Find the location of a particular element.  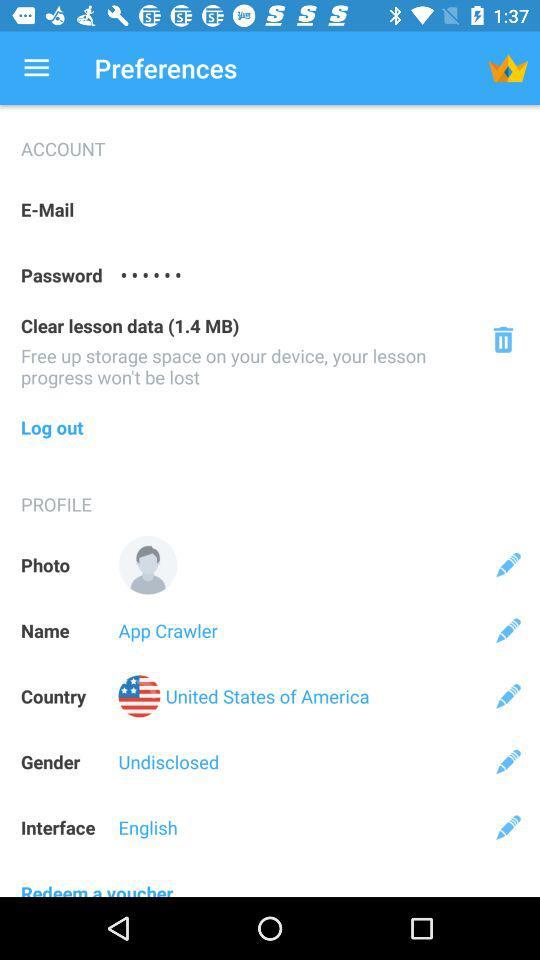

edit name is located at coordinates (508, 629).